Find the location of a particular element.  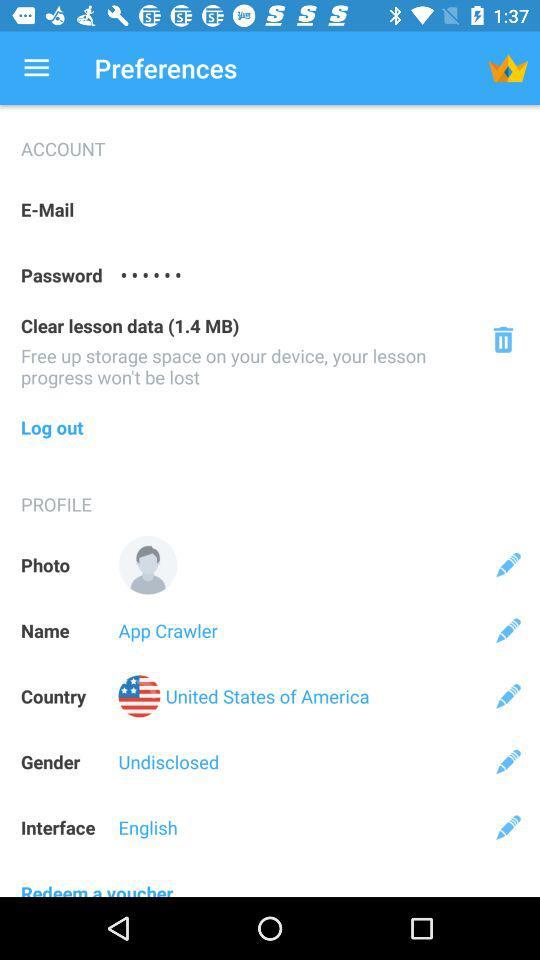

edit name is located at coordinates (508, 629).